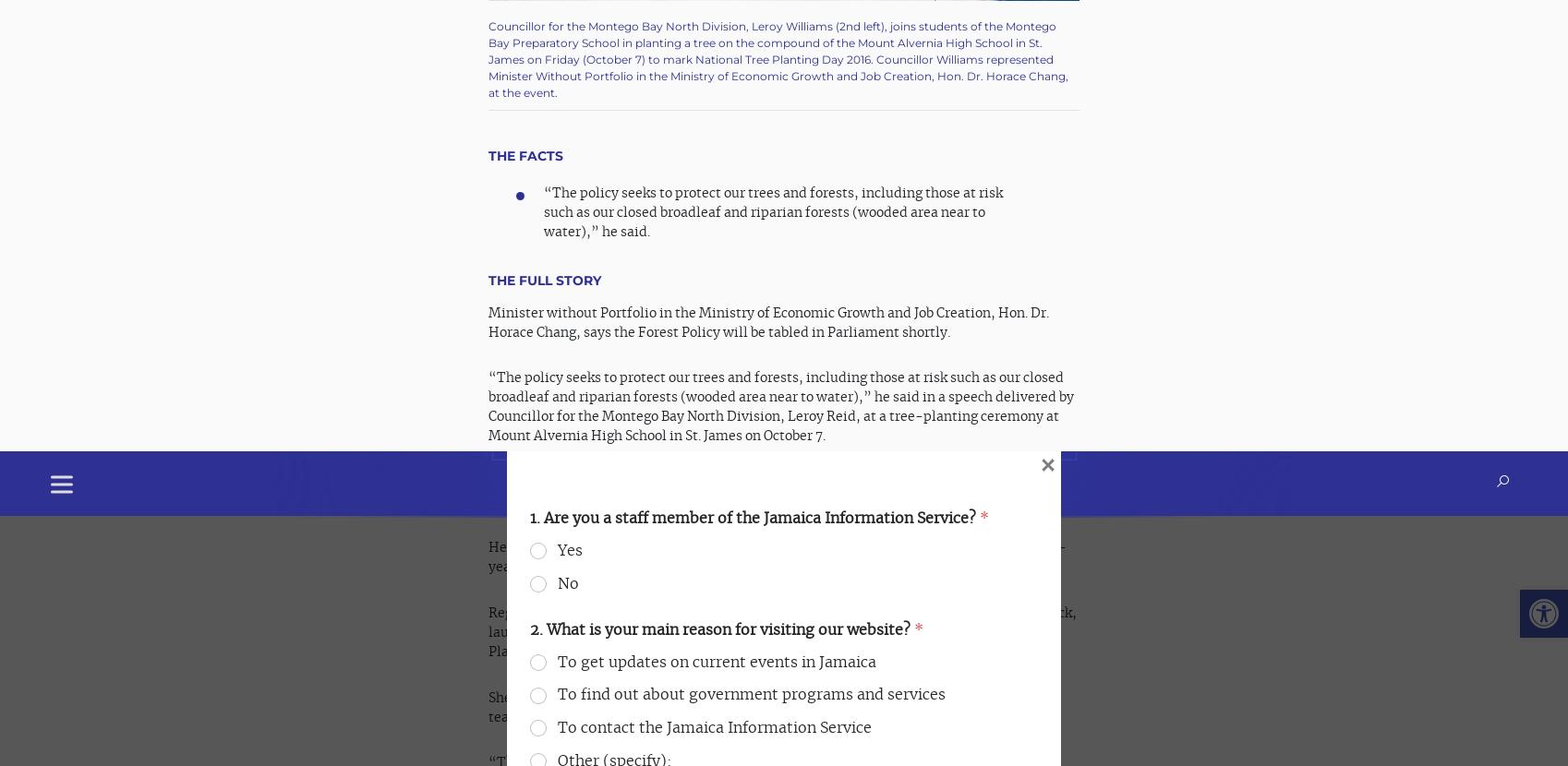 Image resolution: width=1568 pixels, height=766 pixels. What do you see at coordinates (597, 680) in the screenshot?
I see `'The Monarch'` at bounding box center [597, 680].